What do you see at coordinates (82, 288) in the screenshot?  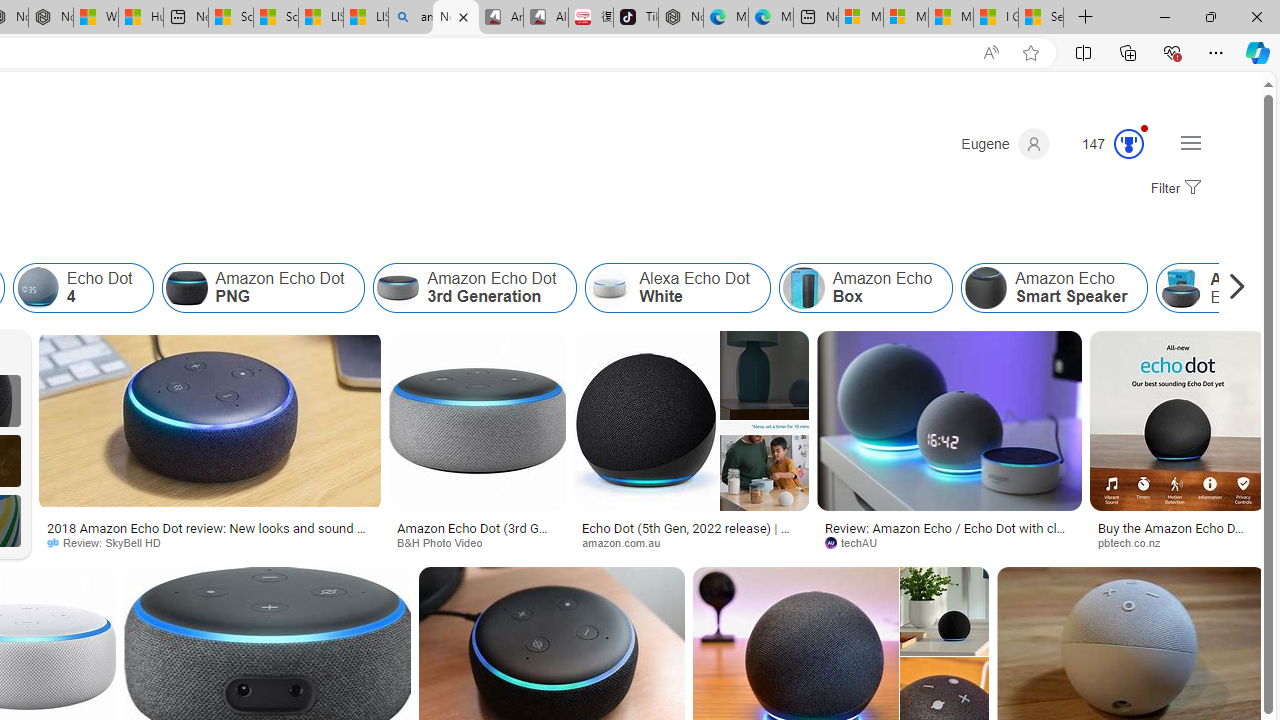 I see `'Echo Dot 4'` at bounding box center [82, 288].